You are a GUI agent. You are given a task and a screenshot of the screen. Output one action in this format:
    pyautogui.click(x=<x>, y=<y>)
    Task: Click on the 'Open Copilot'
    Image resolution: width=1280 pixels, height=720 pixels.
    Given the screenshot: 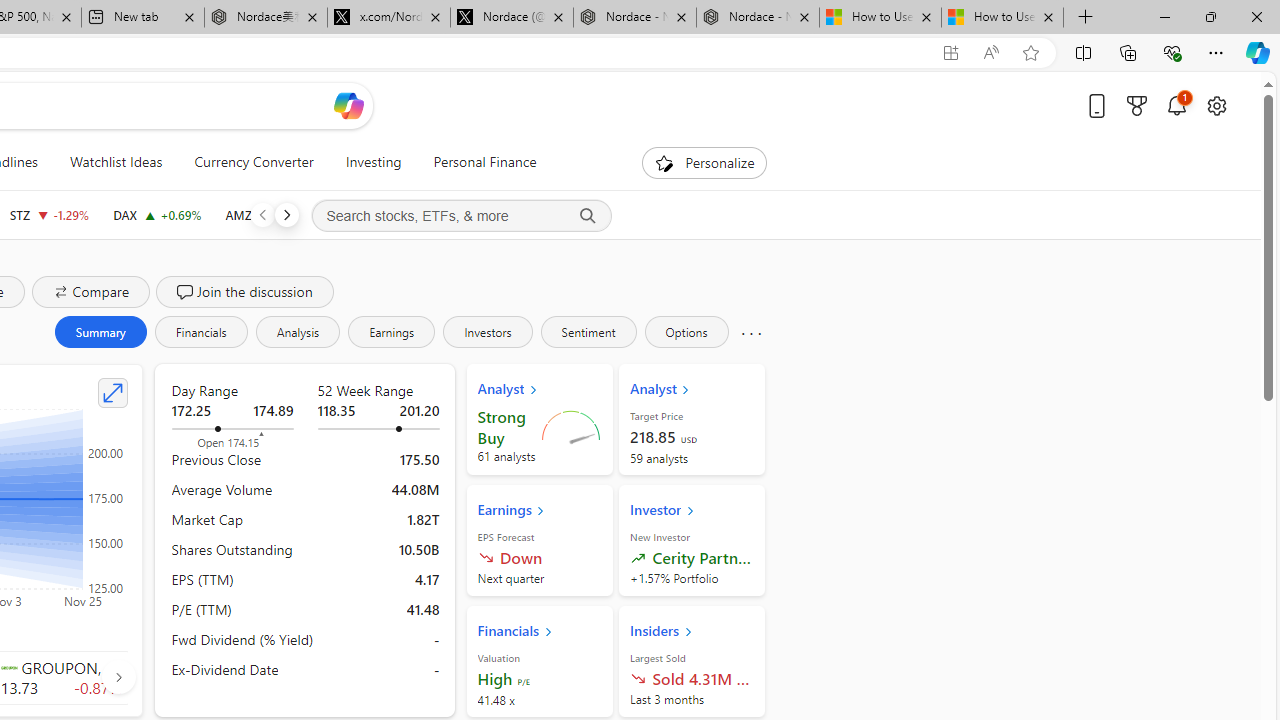 What is the action you would take?
    pyautogui.click(x=348, y=105)
    